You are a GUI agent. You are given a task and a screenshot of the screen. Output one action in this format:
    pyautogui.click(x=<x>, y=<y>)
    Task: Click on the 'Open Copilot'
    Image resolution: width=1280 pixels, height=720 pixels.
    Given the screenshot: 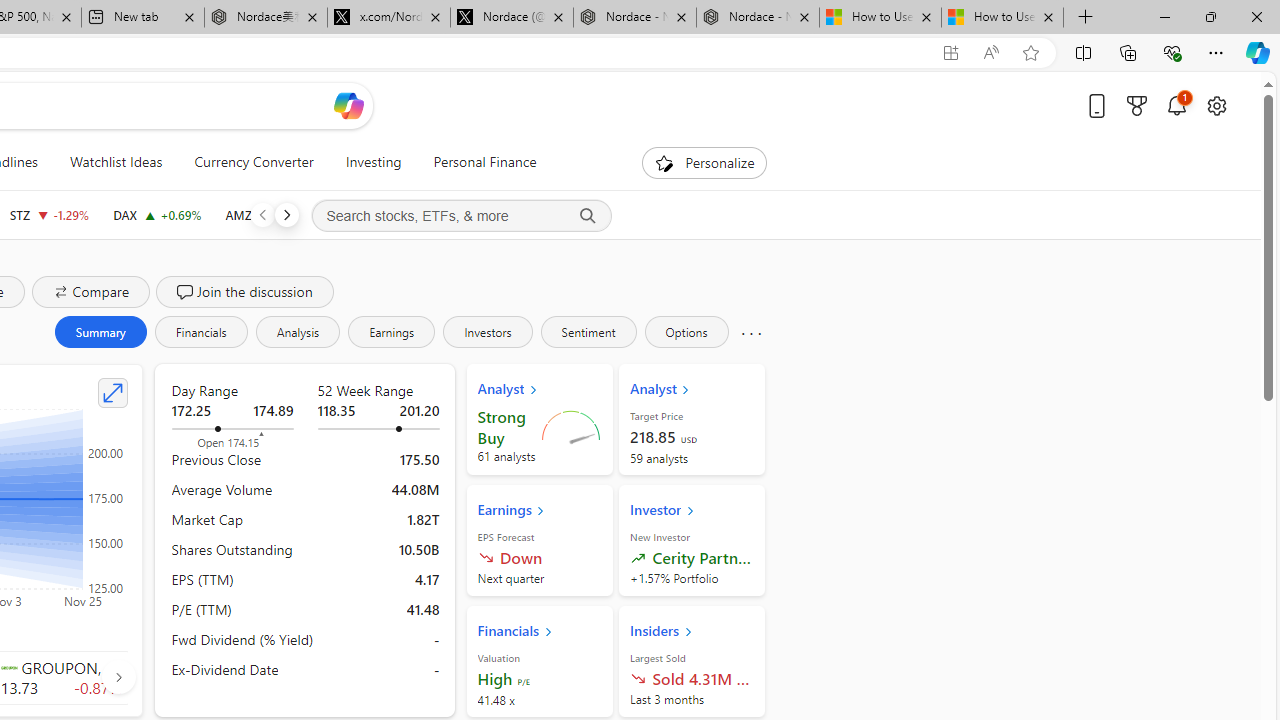 What is the action you would take?
    pyautogui.click(x=348, y=105)
    